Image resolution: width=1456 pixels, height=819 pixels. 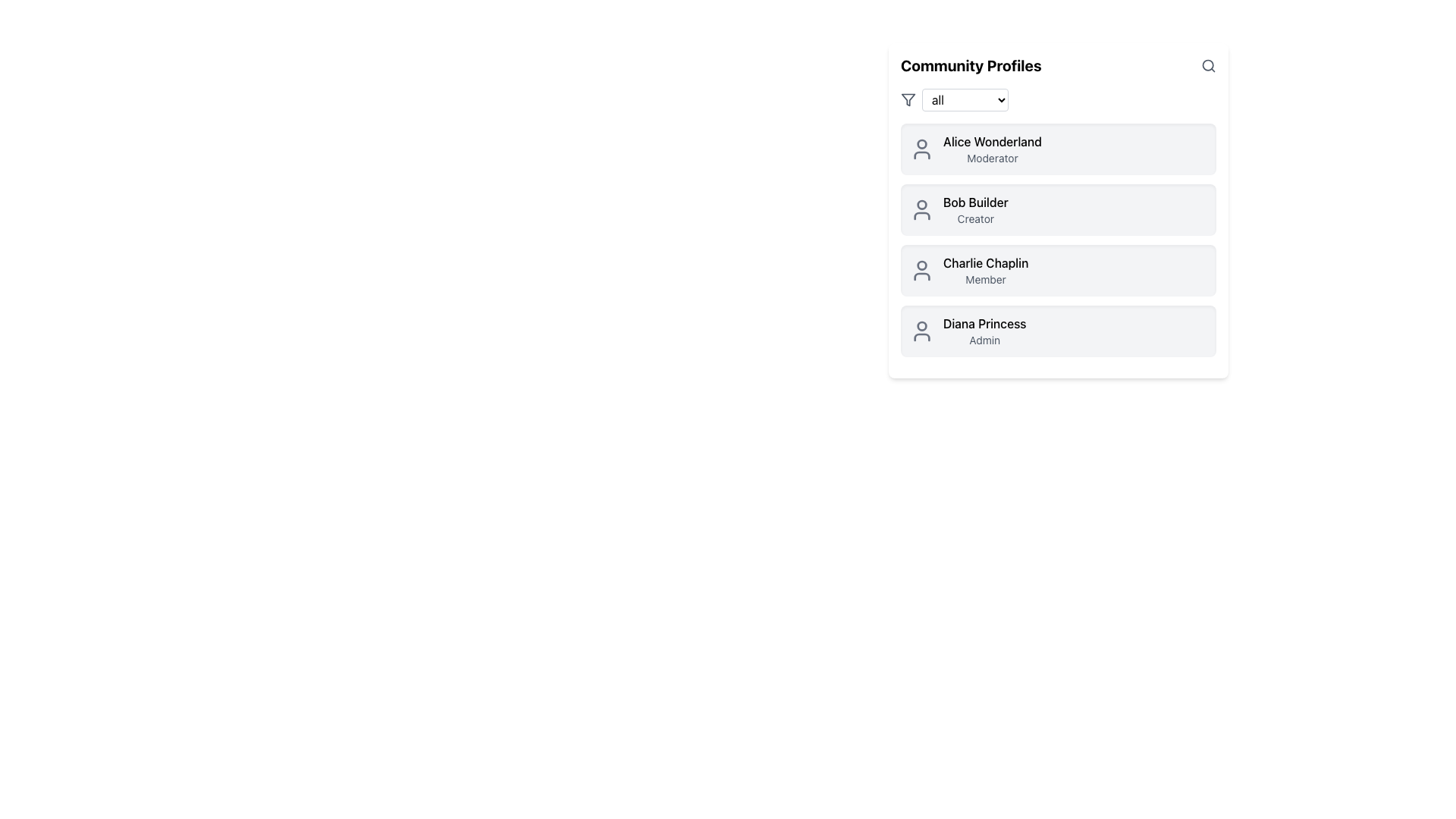 What do you see at coordinates (921, 265) in the screenshot?
I see `the styles or effects of the central circle element in the user profile icon representing Charlie Chaplin in the Community Profiles list` at bounding box center [921, 265].